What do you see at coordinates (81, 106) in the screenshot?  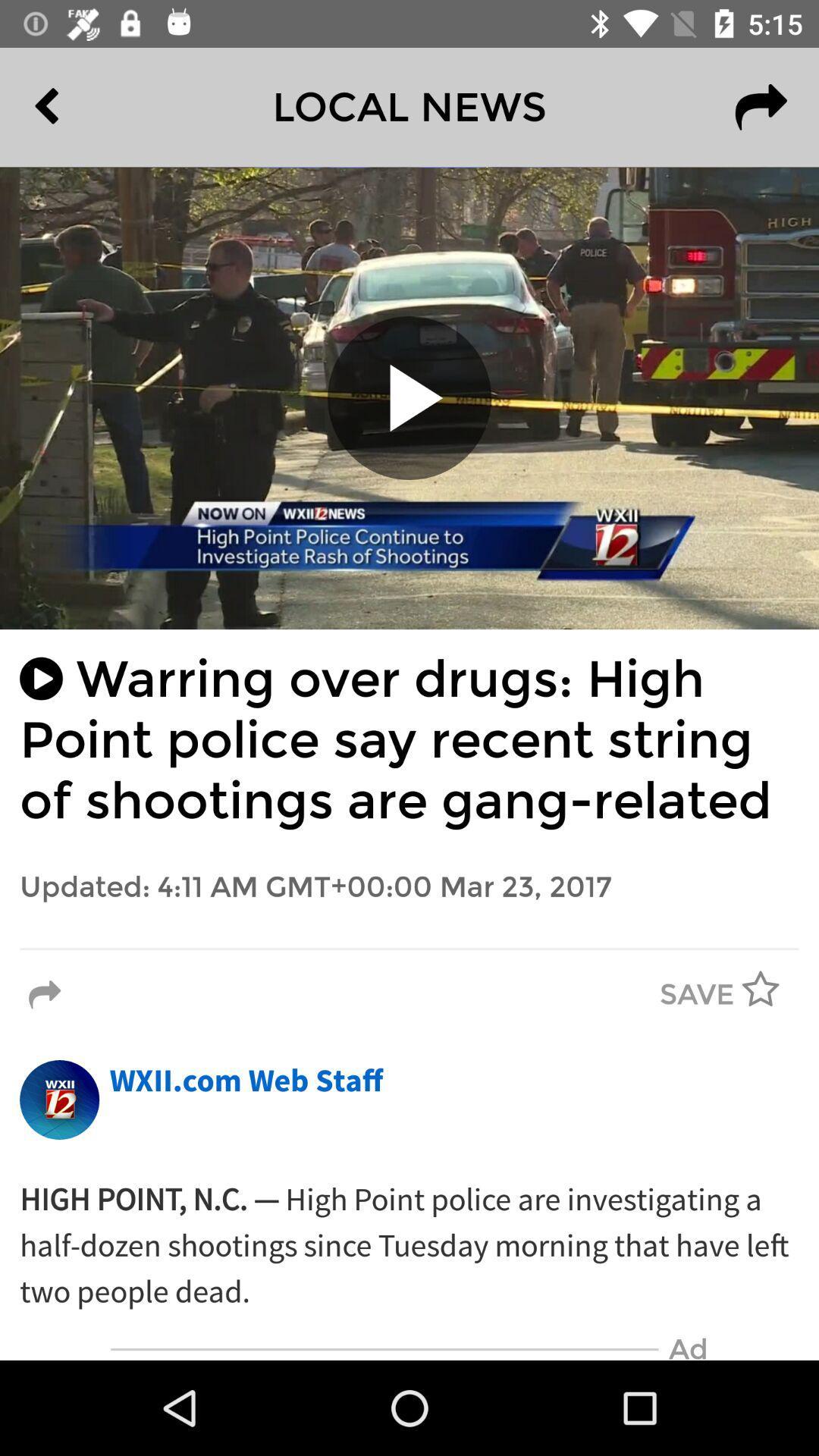 I see `item next to local news icon` at bounding box center [81, 106].